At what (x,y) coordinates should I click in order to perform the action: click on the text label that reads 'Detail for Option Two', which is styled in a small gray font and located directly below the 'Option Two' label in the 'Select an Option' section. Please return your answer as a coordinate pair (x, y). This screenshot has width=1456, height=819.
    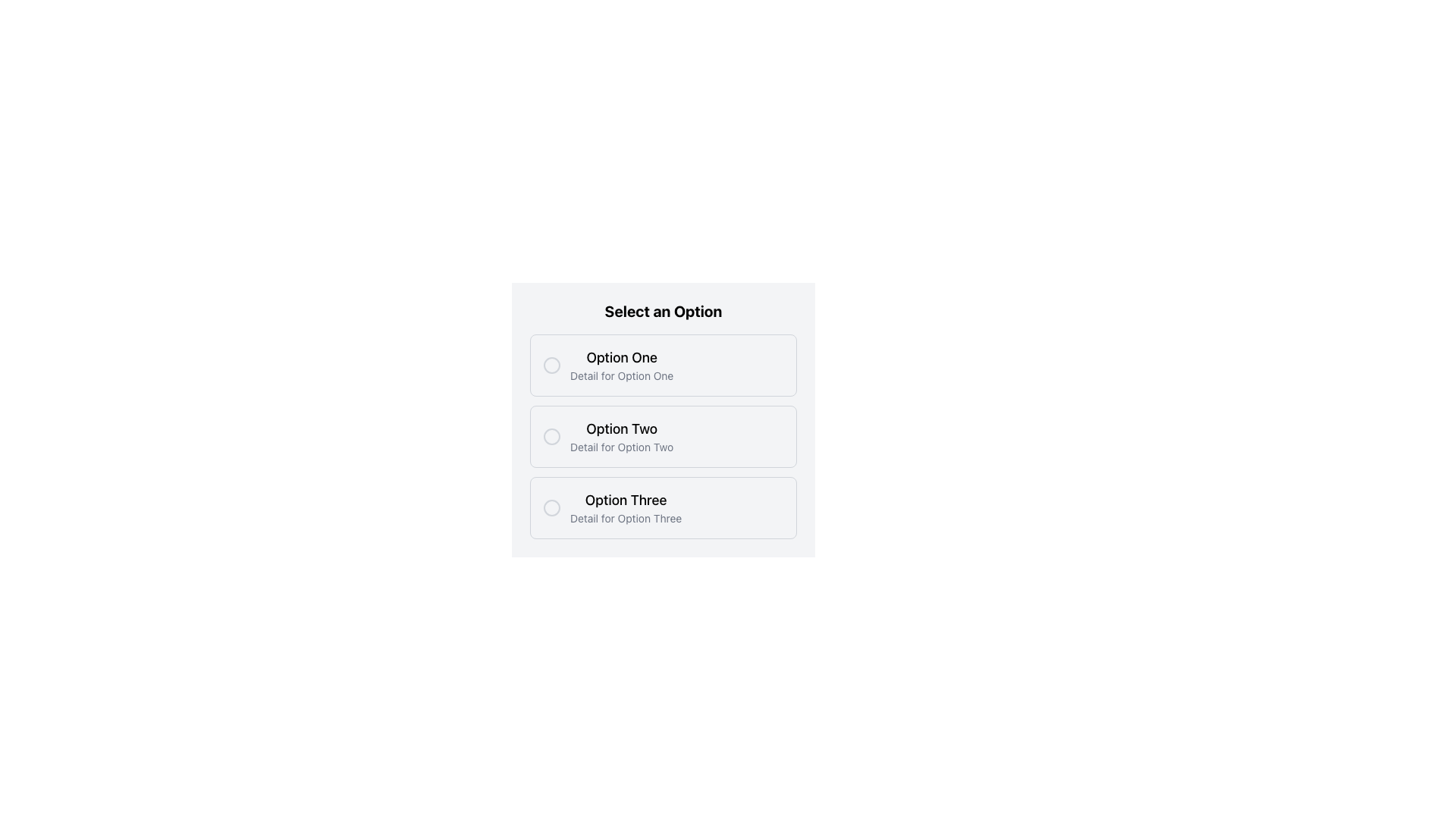
    Looking at the image, I should click on (622, 447).